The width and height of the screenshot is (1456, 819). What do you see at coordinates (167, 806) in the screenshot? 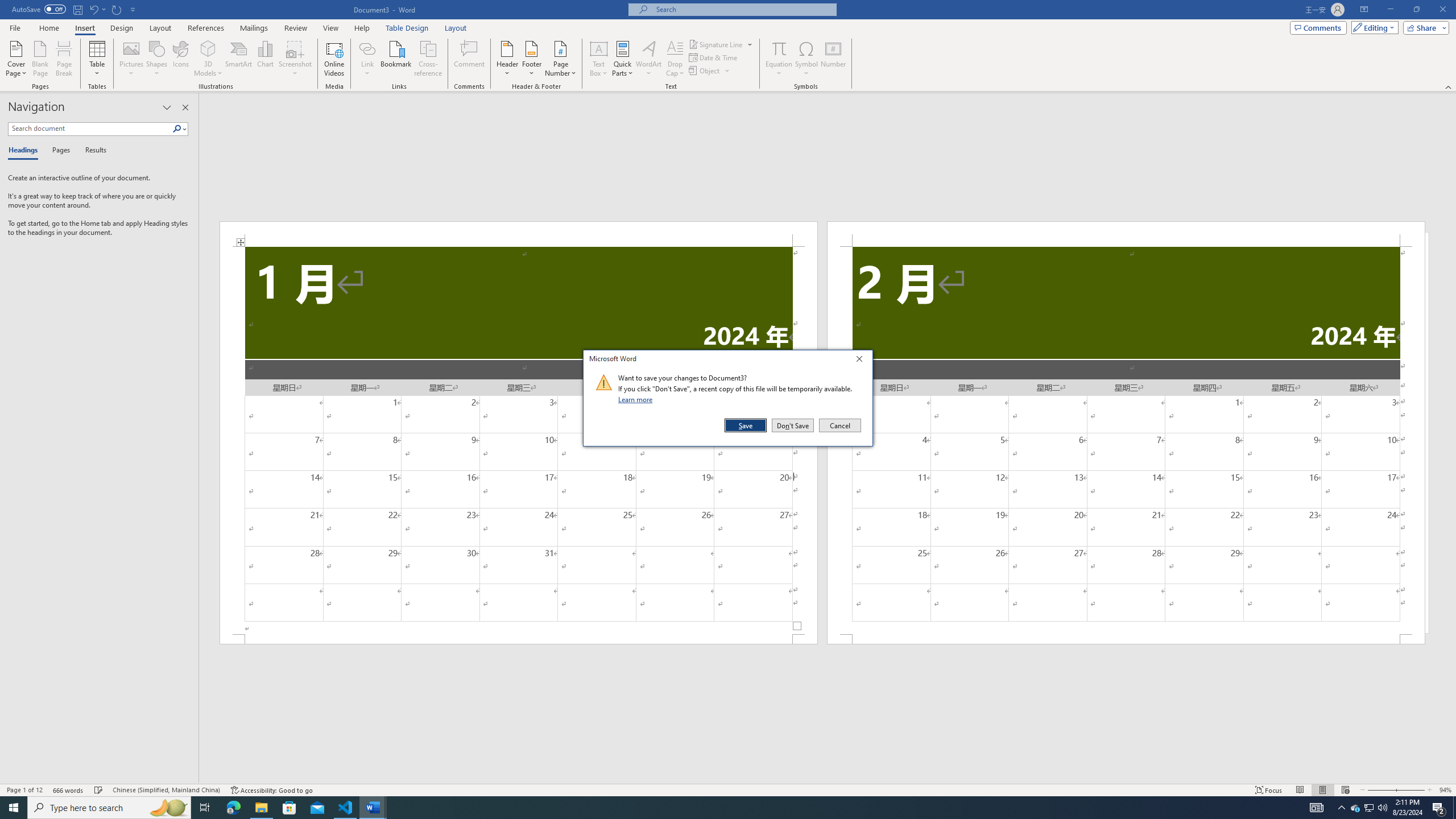
I see `'Search highlights icon opens search home window'` at bounding box center [167, 806].